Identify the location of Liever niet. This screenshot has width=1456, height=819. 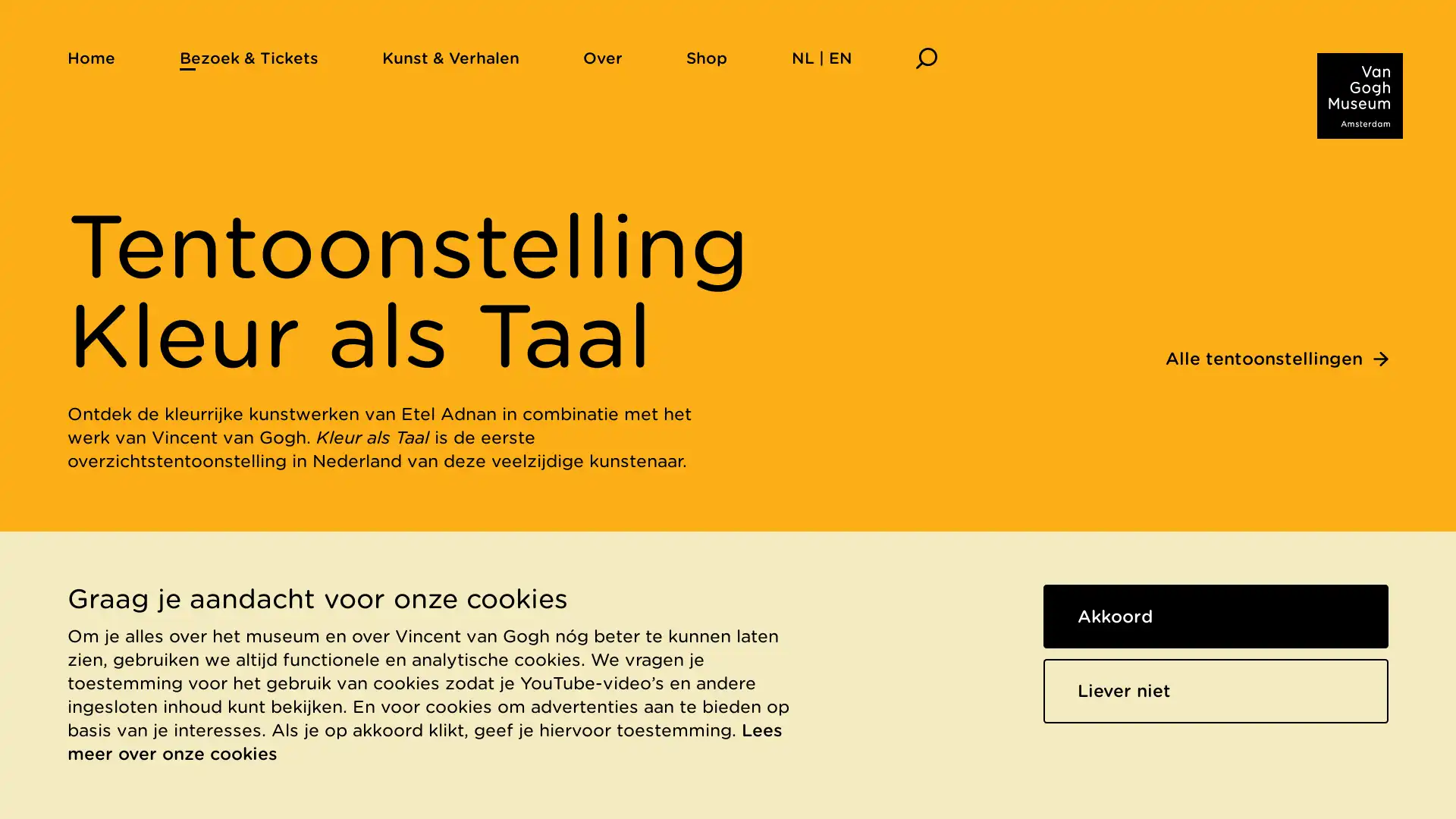
(1216, 690).